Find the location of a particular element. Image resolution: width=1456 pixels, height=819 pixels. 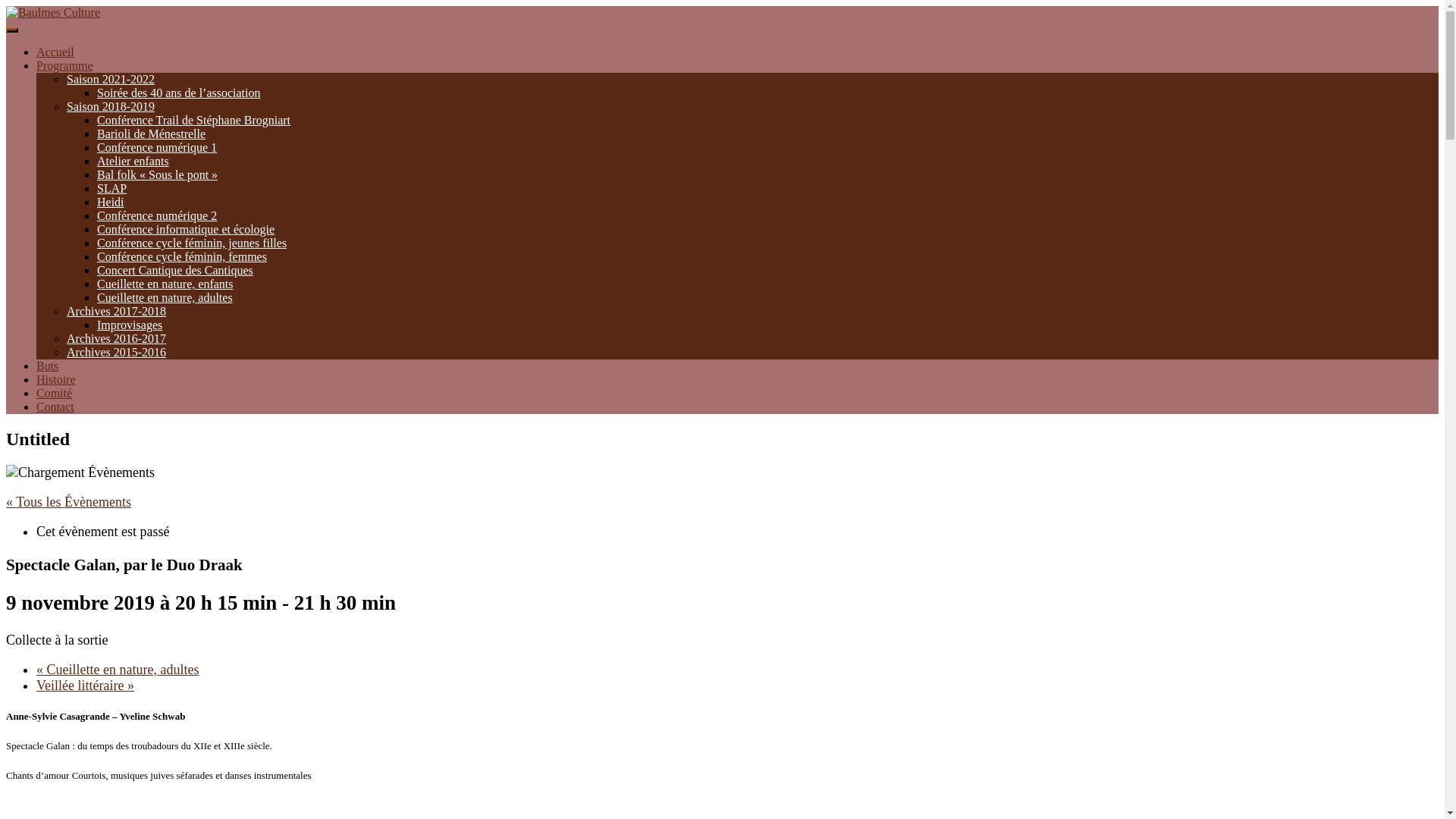

'Archives 2015-2016' is located at coordinates (115, 352).